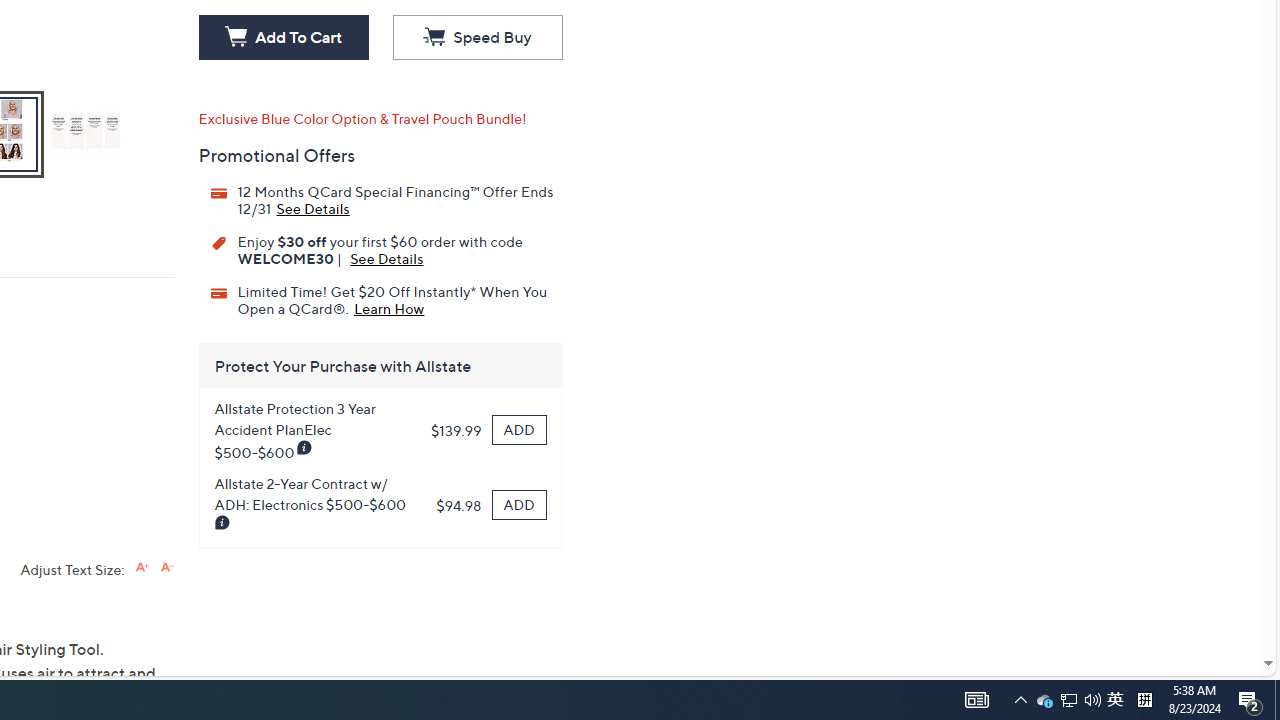  Describe the element at coordinates (223, 522) in the screenshot. I see `'Class: infoIcon fancybox fancybox.ajax'` at that location.